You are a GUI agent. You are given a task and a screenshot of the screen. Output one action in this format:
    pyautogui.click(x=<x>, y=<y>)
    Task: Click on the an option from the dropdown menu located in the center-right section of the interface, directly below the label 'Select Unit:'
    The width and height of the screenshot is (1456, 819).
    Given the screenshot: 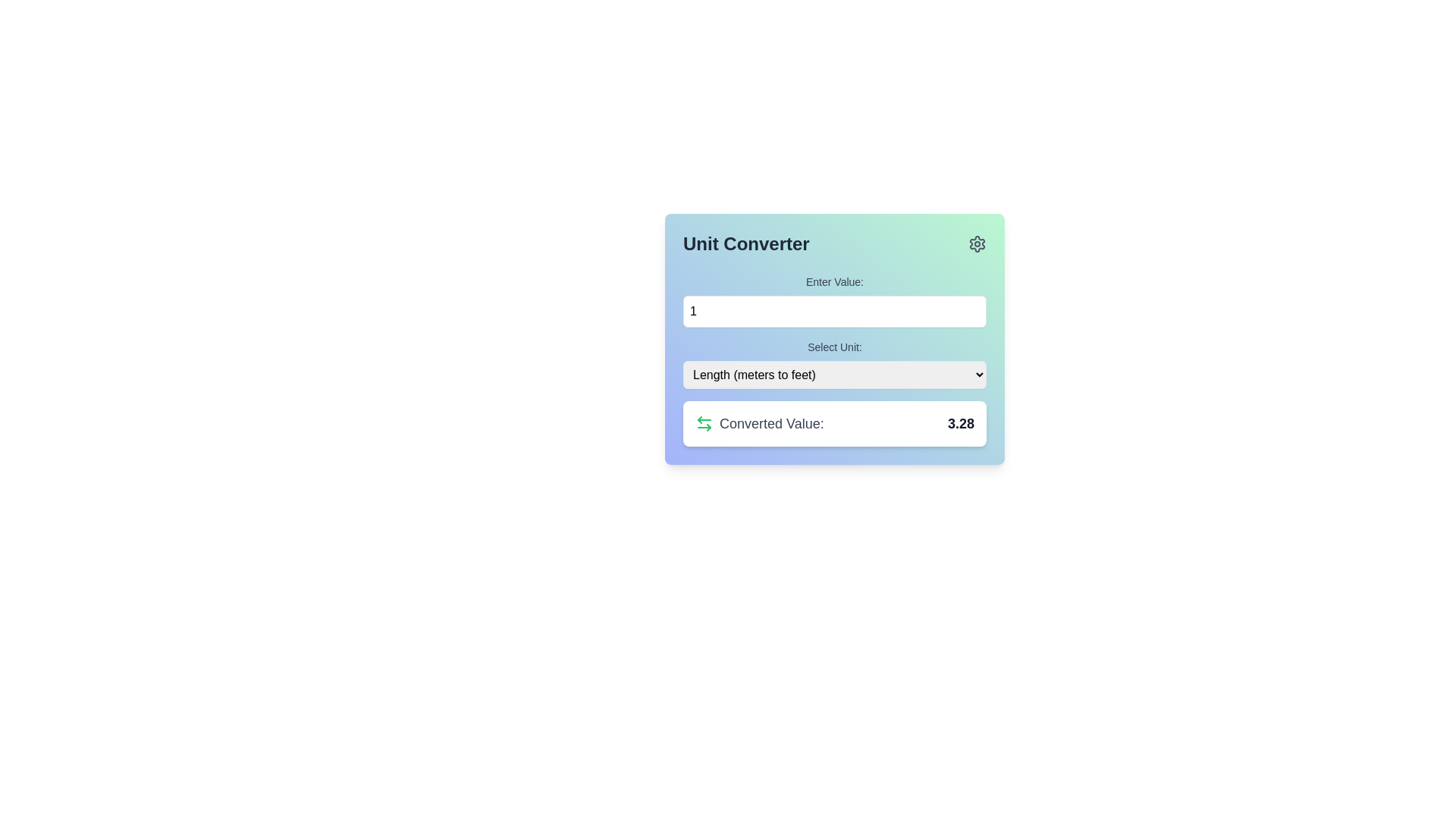 What is the action you would take?
    pyautogui.click(x=833, y=375)
    